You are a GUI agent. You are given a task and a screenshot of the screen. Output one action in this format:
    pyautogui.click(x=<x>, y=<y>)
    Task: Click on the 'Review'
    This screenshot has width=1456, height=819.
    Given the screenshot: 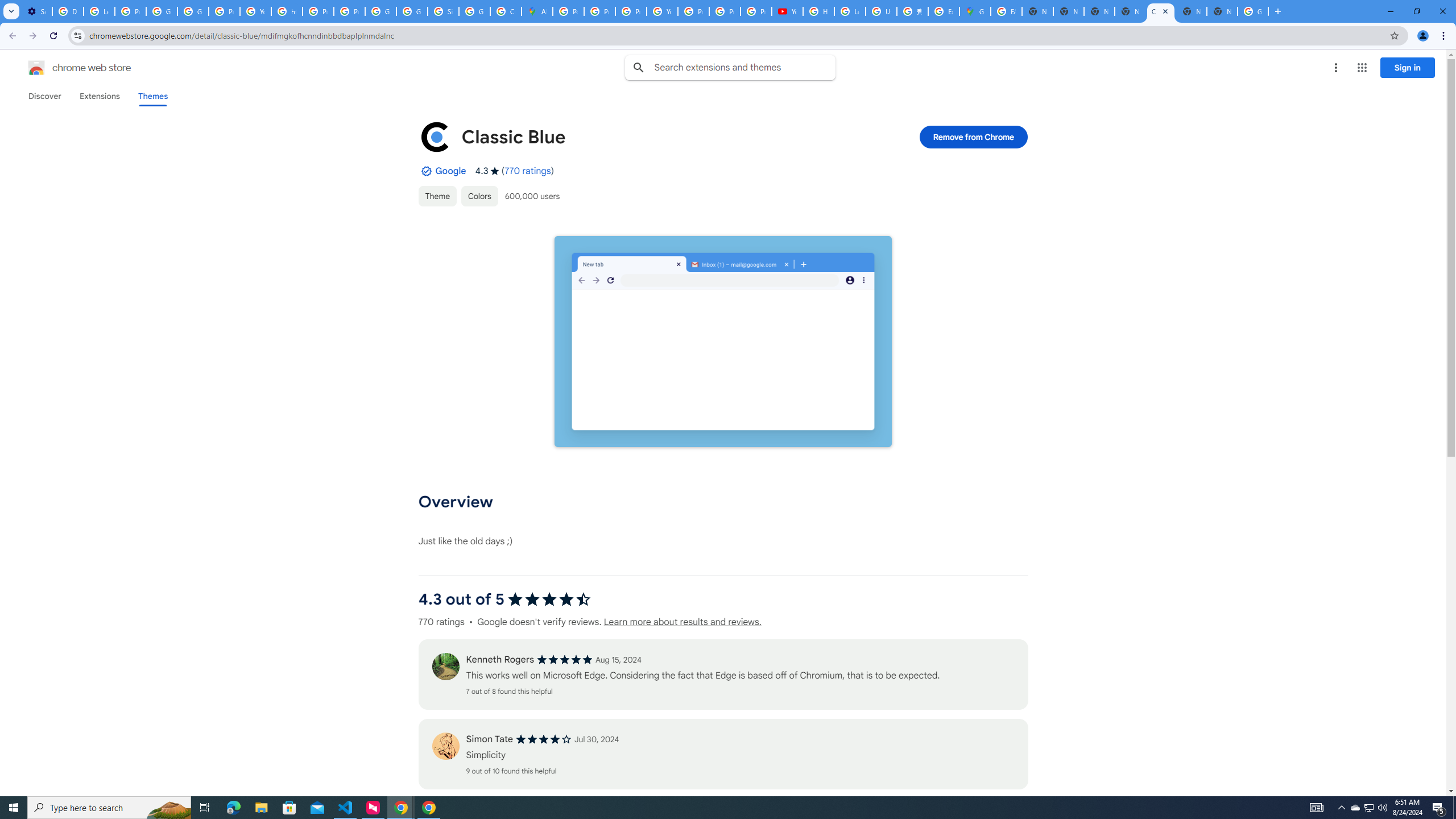 What is the action you would take?
    pyautogui.click(x=445, y=745)
    